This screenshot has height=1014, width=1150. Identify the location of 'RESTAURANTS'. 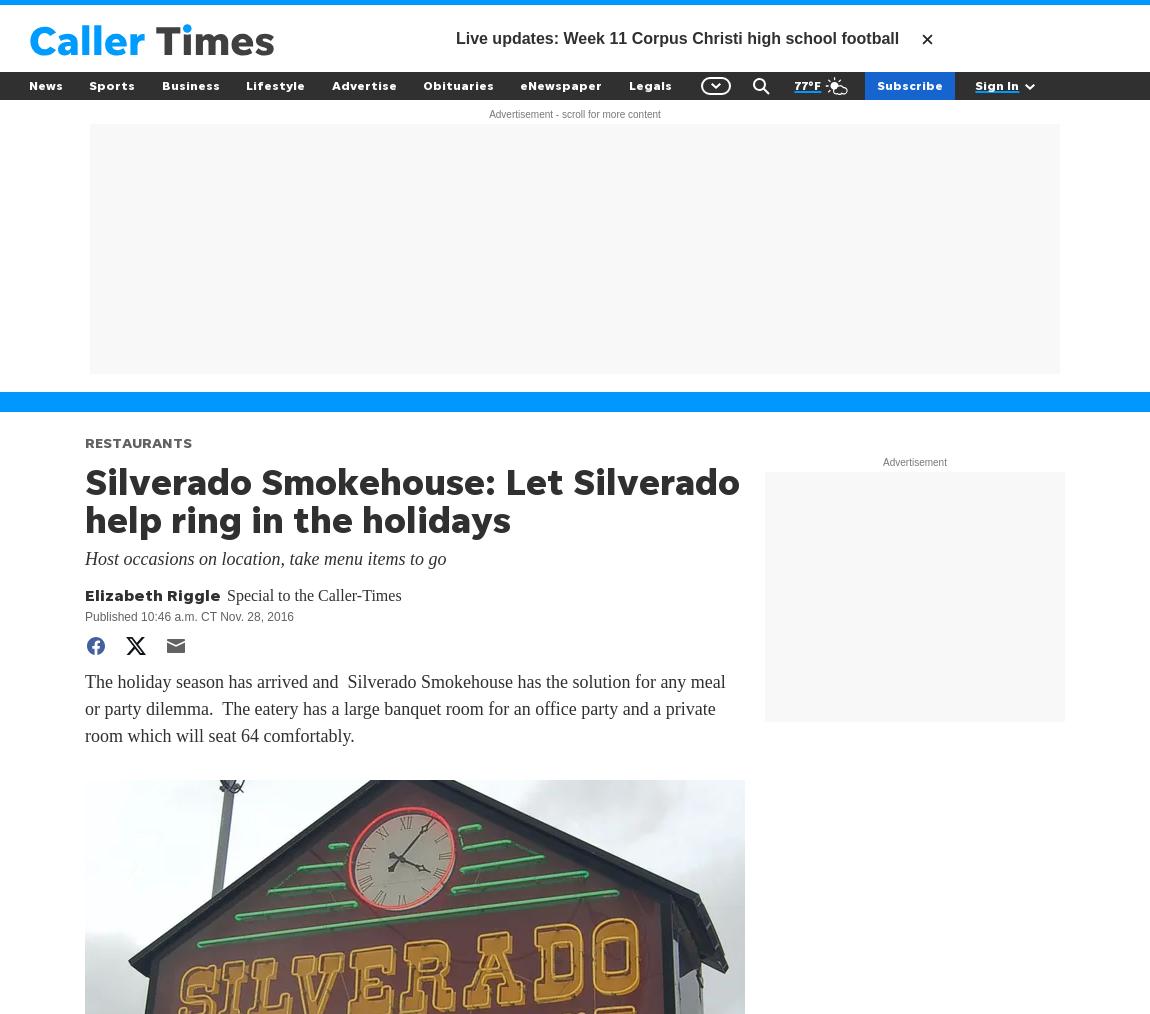
(83, 442).